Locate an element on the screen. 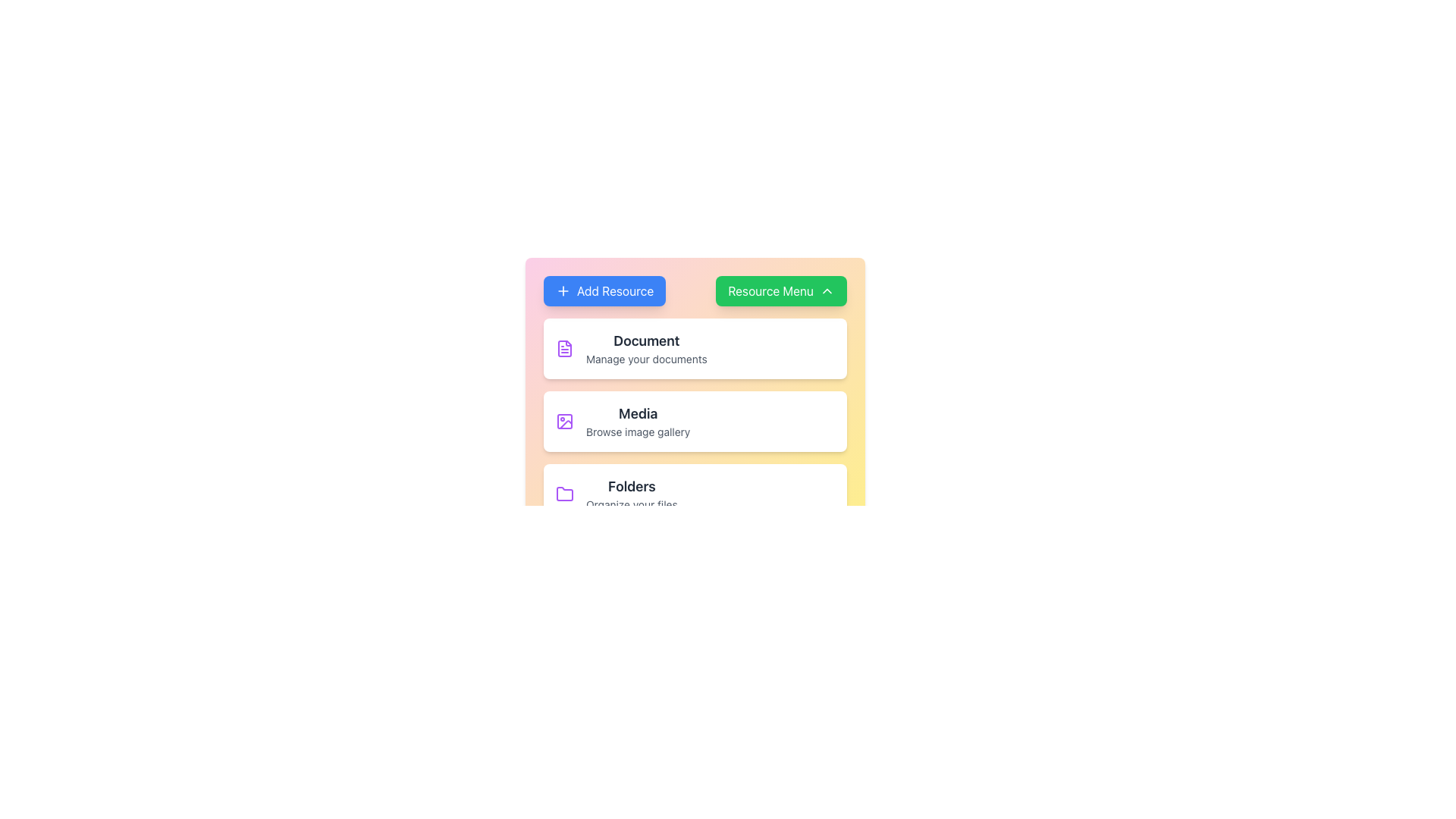 Image resolution: width=1456 pixels, height=819 pixels. the text header titled 'Document' with the subtitle 'Manage your documents' is located at coordinates (646, 348).